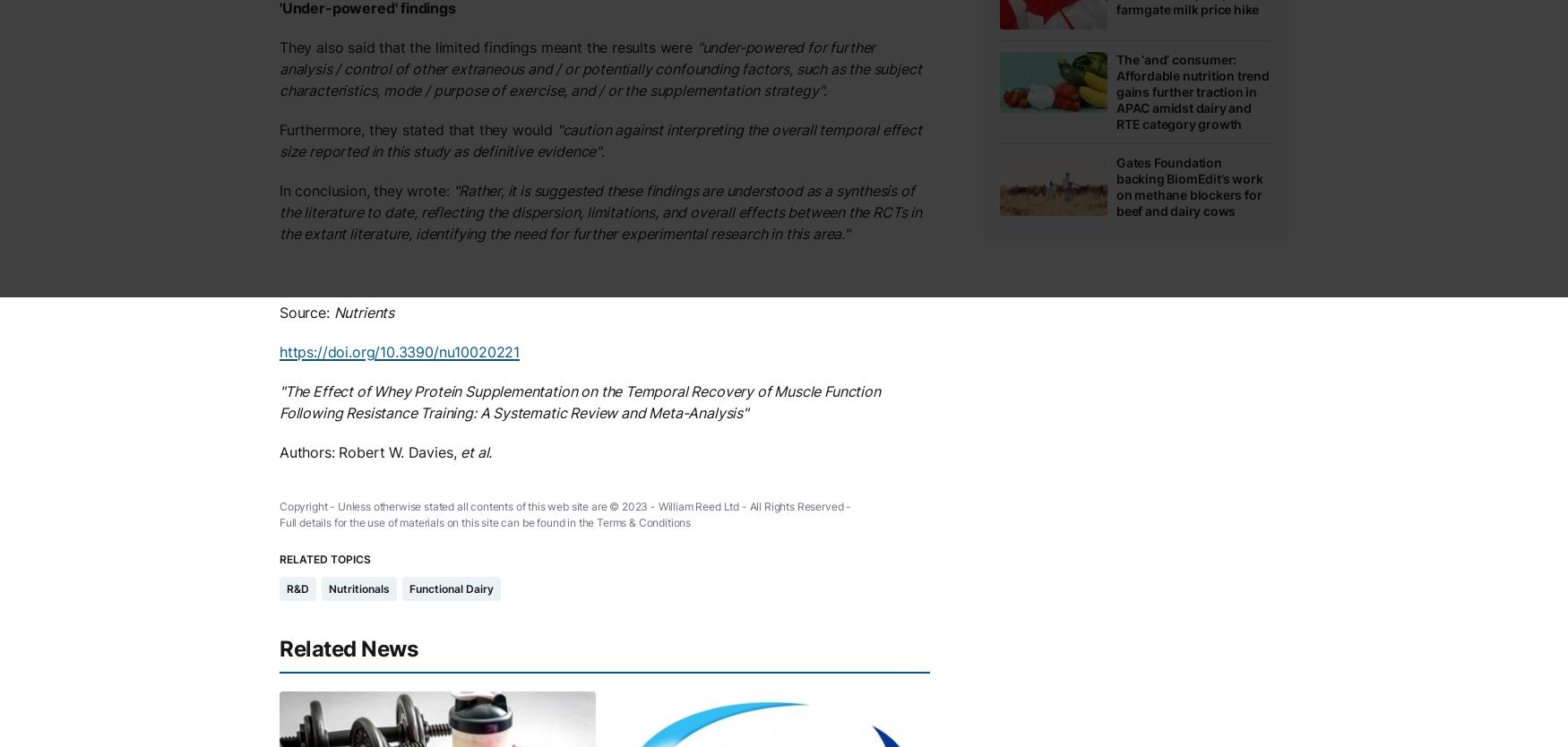 The width and height of the screenshot is (1568, 747). What do you see at coordinates (596, 522) in the screenshot?
I see `'Terms & Conditions'` at bounding box center [596, 522].